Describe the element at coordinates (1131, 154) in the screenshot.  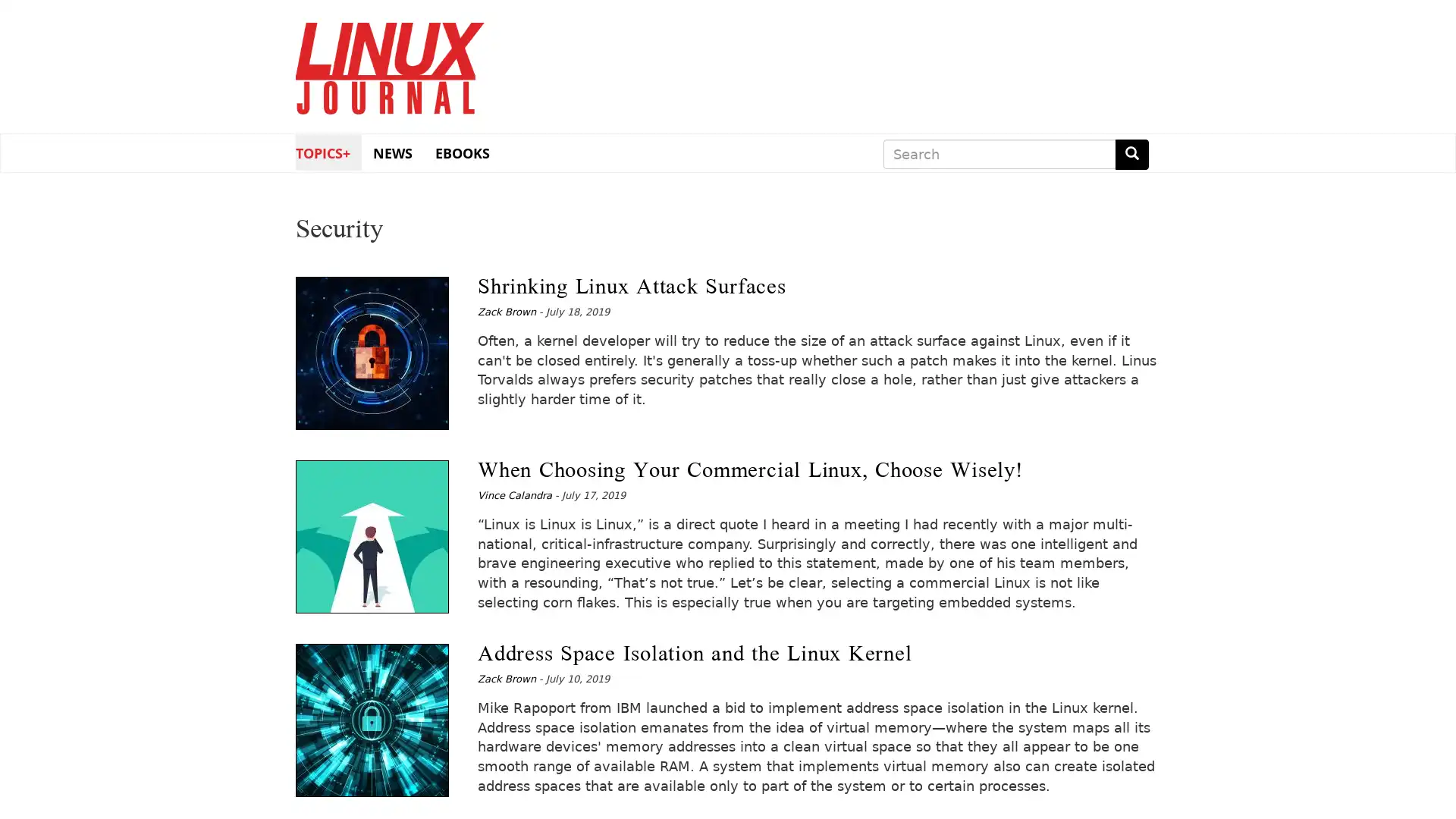
I see `Search` at that location.